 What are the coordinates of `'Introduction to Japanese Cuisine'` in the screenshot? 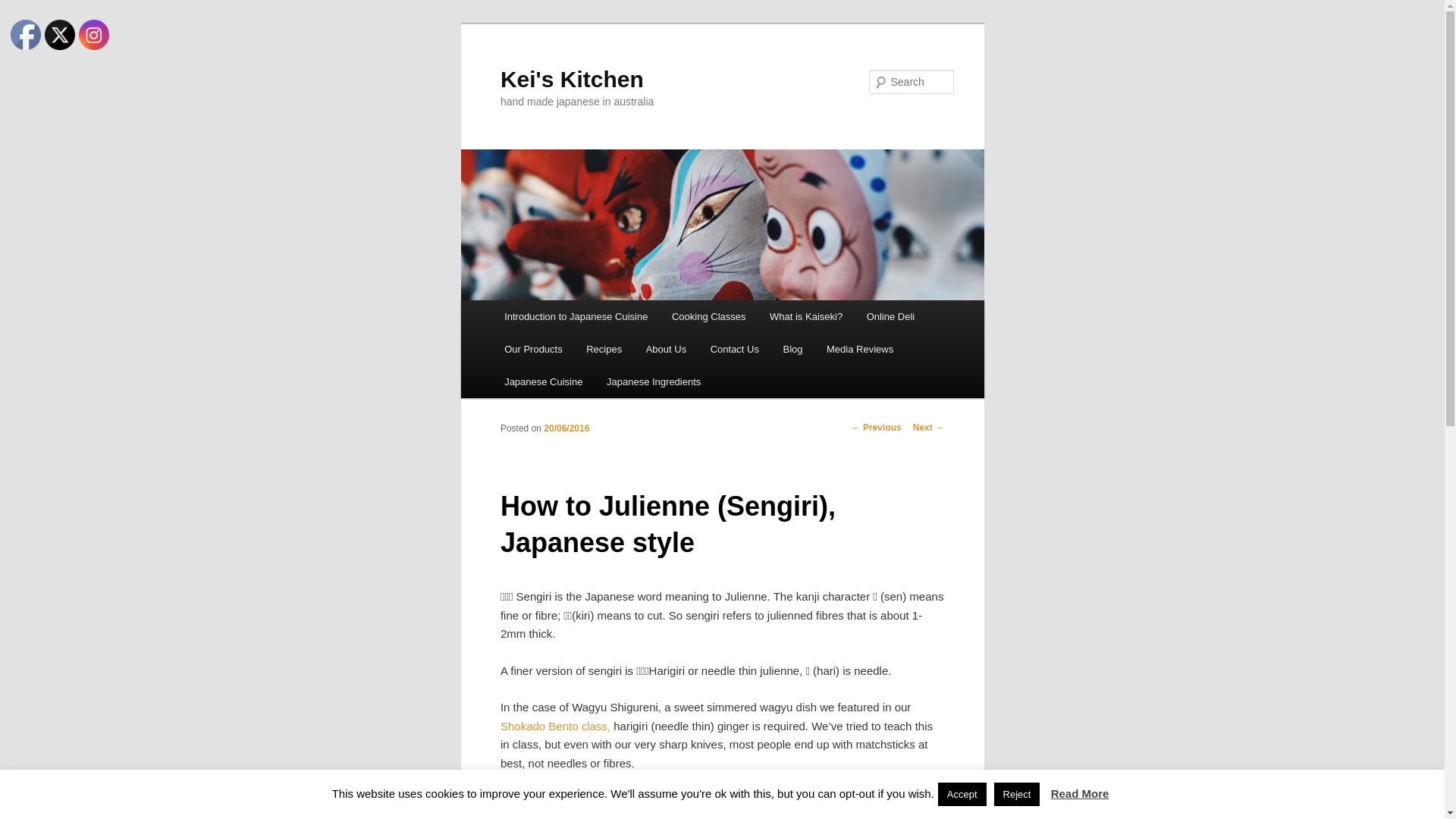 It's located at (575, 315).